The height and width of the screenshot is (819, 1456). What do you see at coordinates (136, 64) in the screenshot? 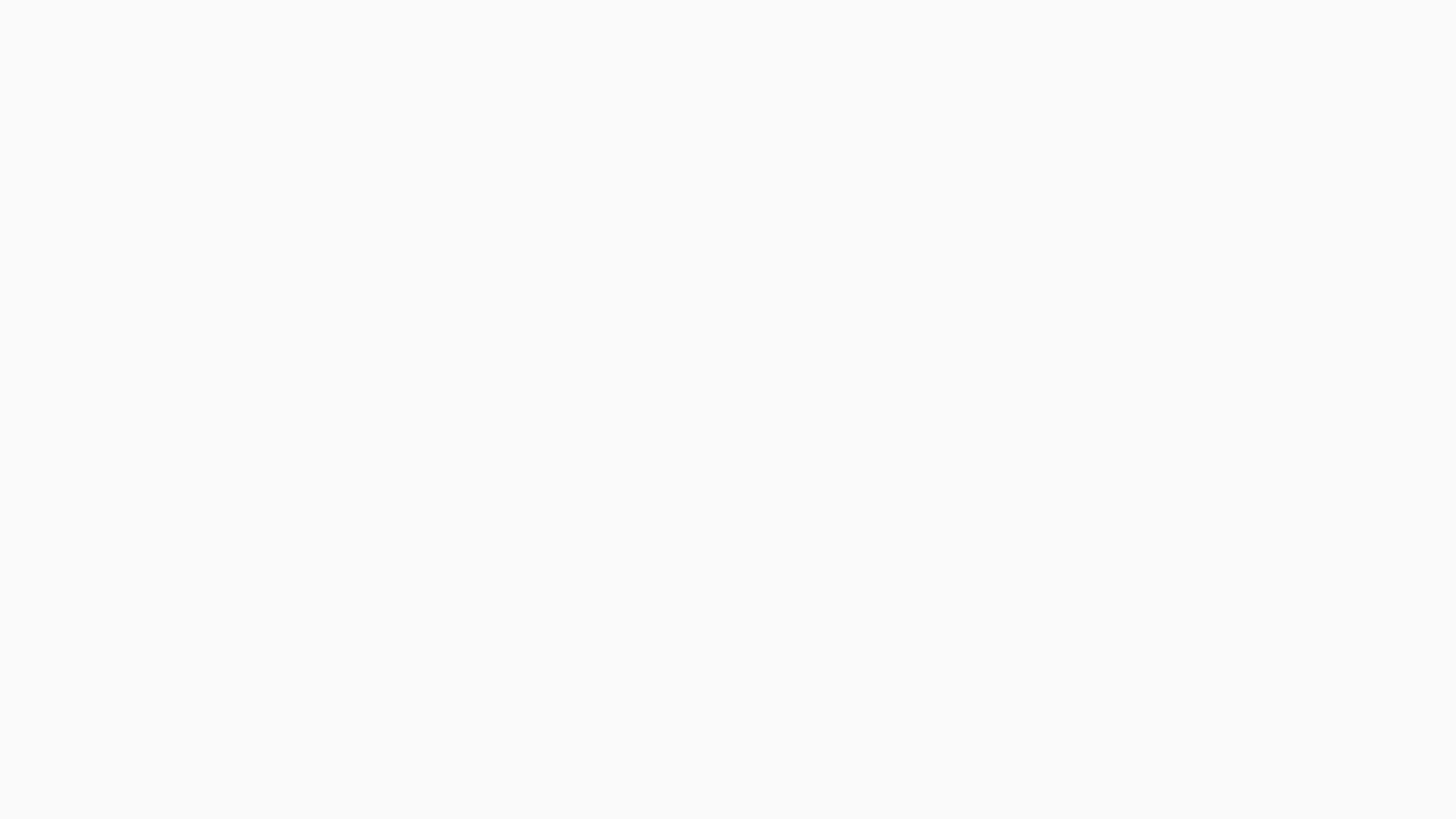
I see `Instagram Features` at bounding box center [136, 64].